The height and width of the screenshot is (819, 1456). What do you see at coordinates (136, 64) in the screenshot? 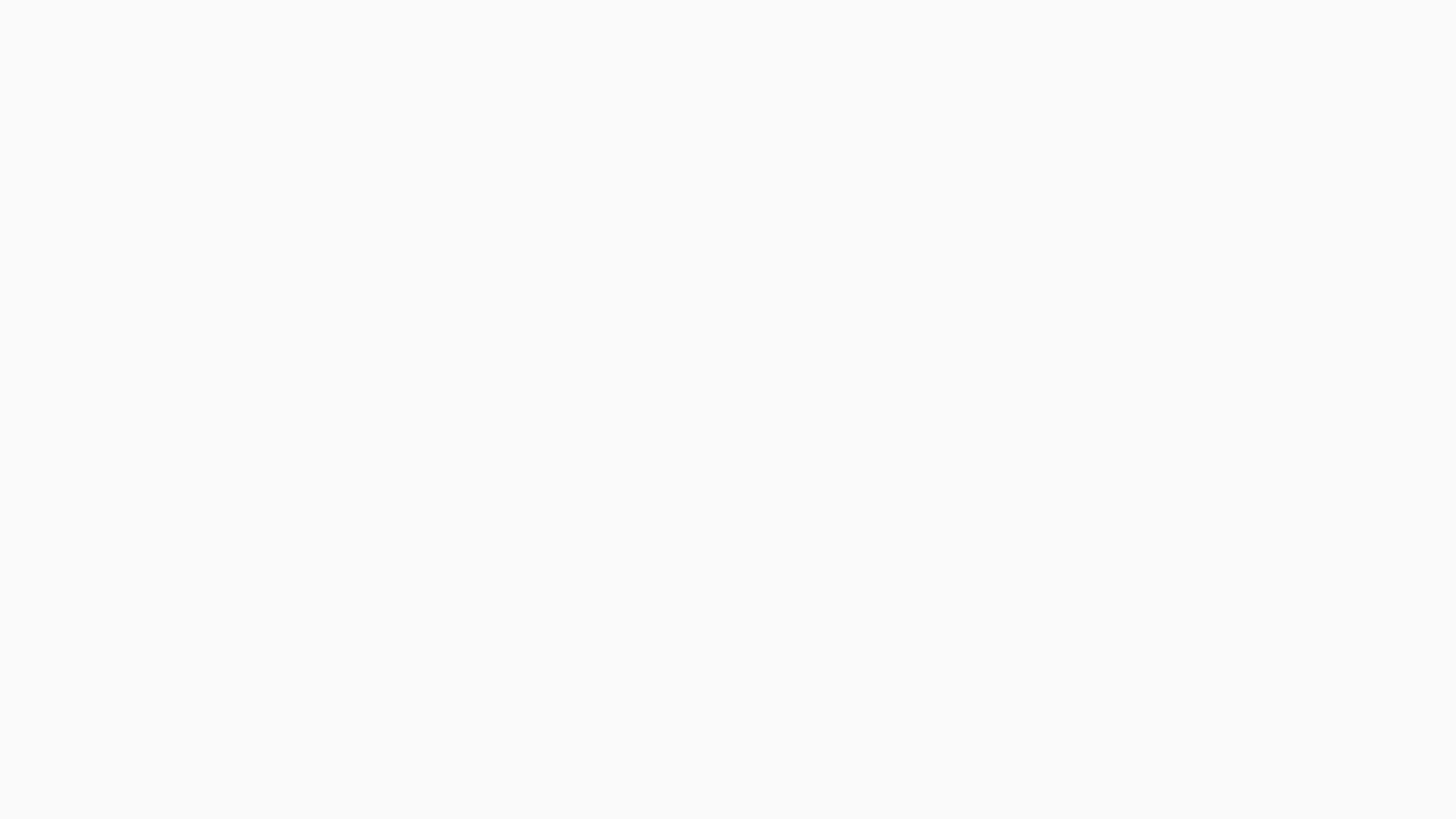
I see `Instagram Features` at bounding box center [136, 64].